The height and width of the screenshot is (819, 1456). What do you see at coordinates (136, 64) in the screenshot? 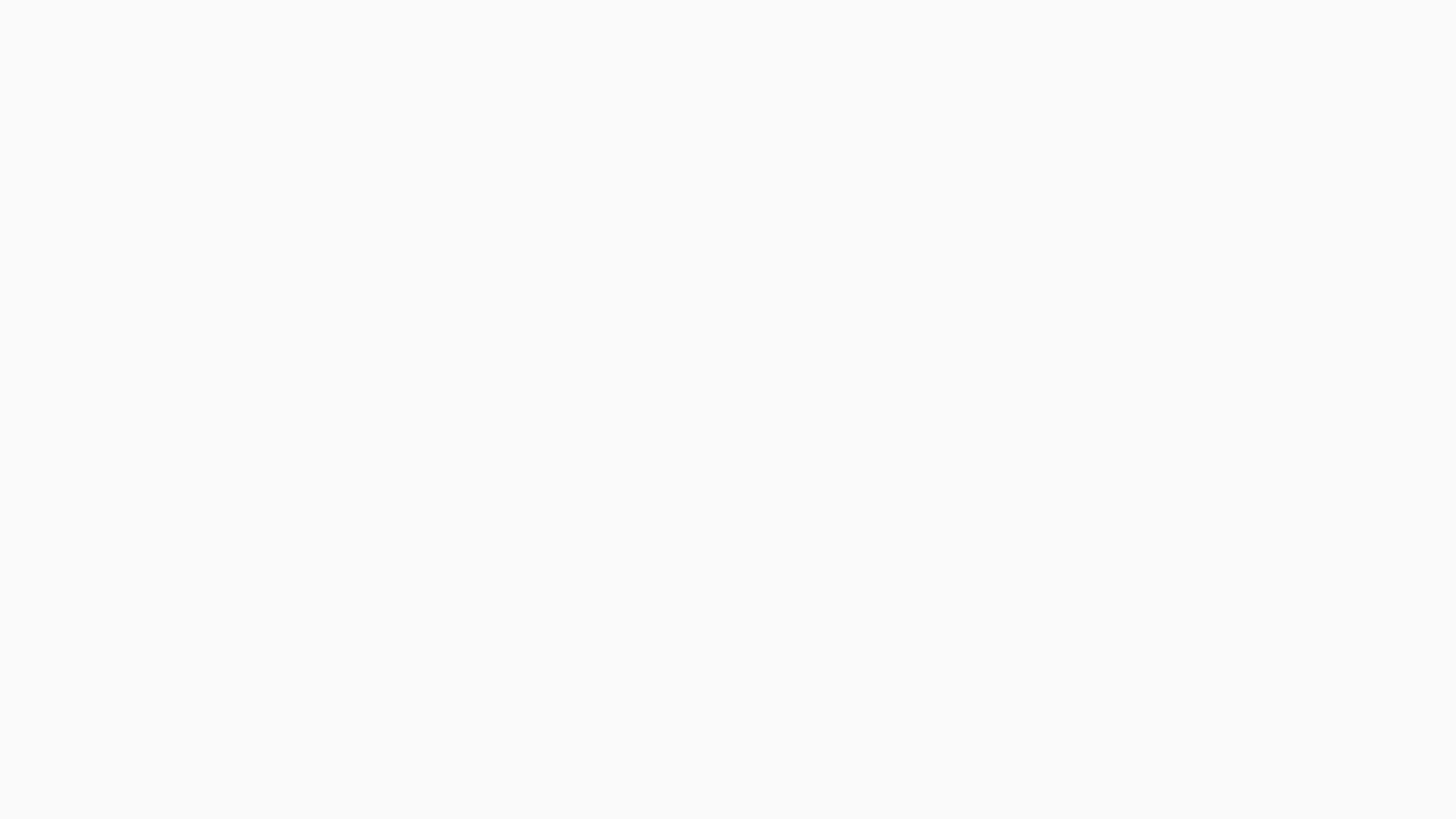
I see `Instagram Features` at bounding box center [136, 64].